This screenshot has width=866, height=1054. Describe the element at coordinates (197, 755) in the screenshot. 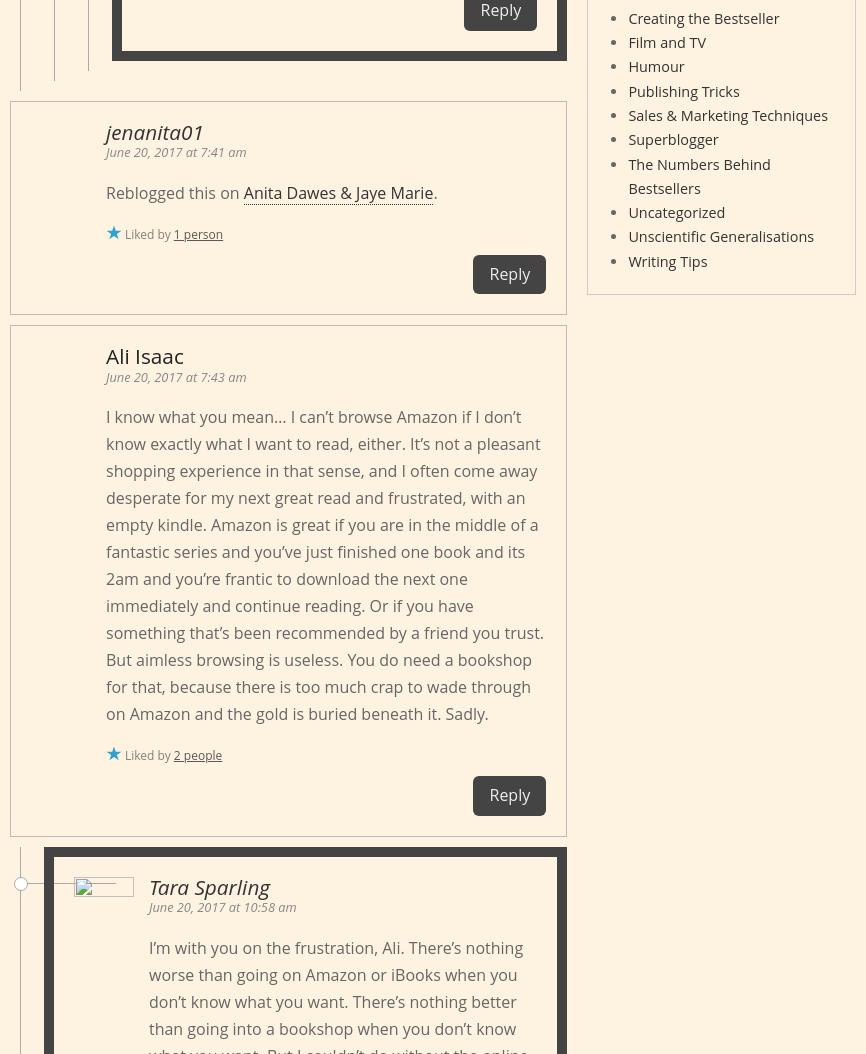

I see `'2 people'` at that location.